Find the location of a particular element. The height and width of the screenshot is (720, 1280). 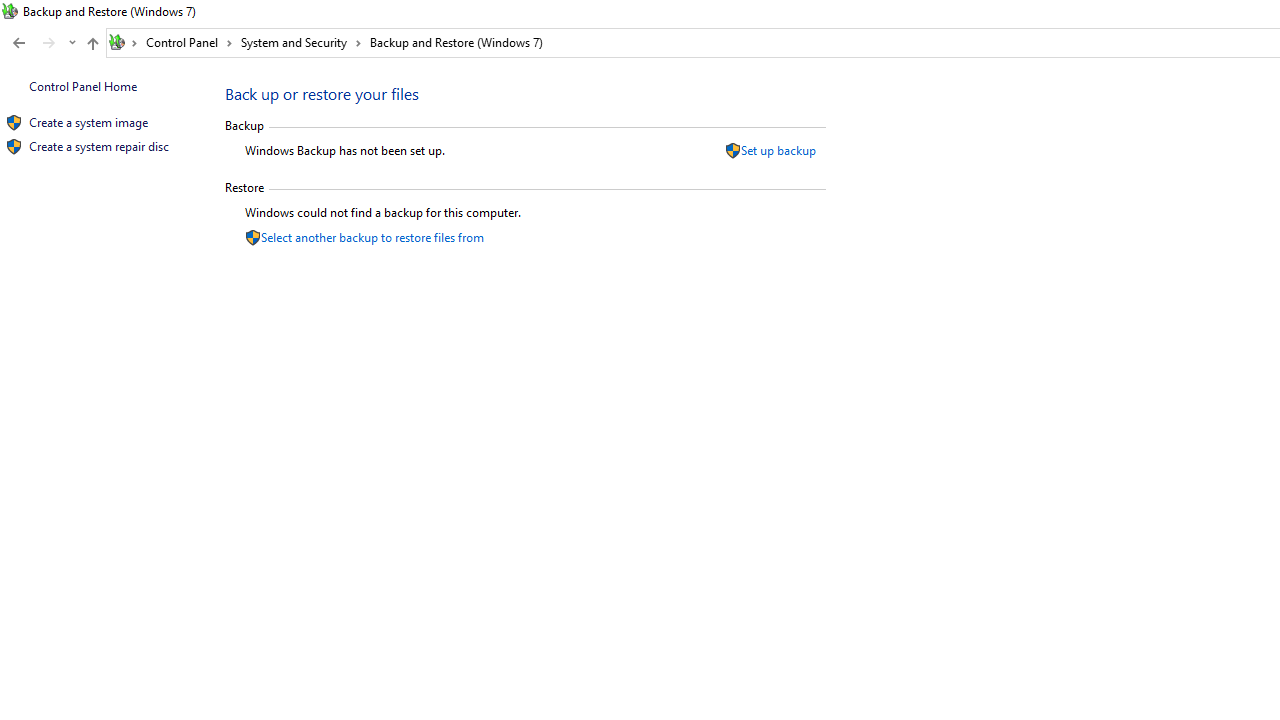

'Create a system repair disc' is located at coordinates (98, 145).